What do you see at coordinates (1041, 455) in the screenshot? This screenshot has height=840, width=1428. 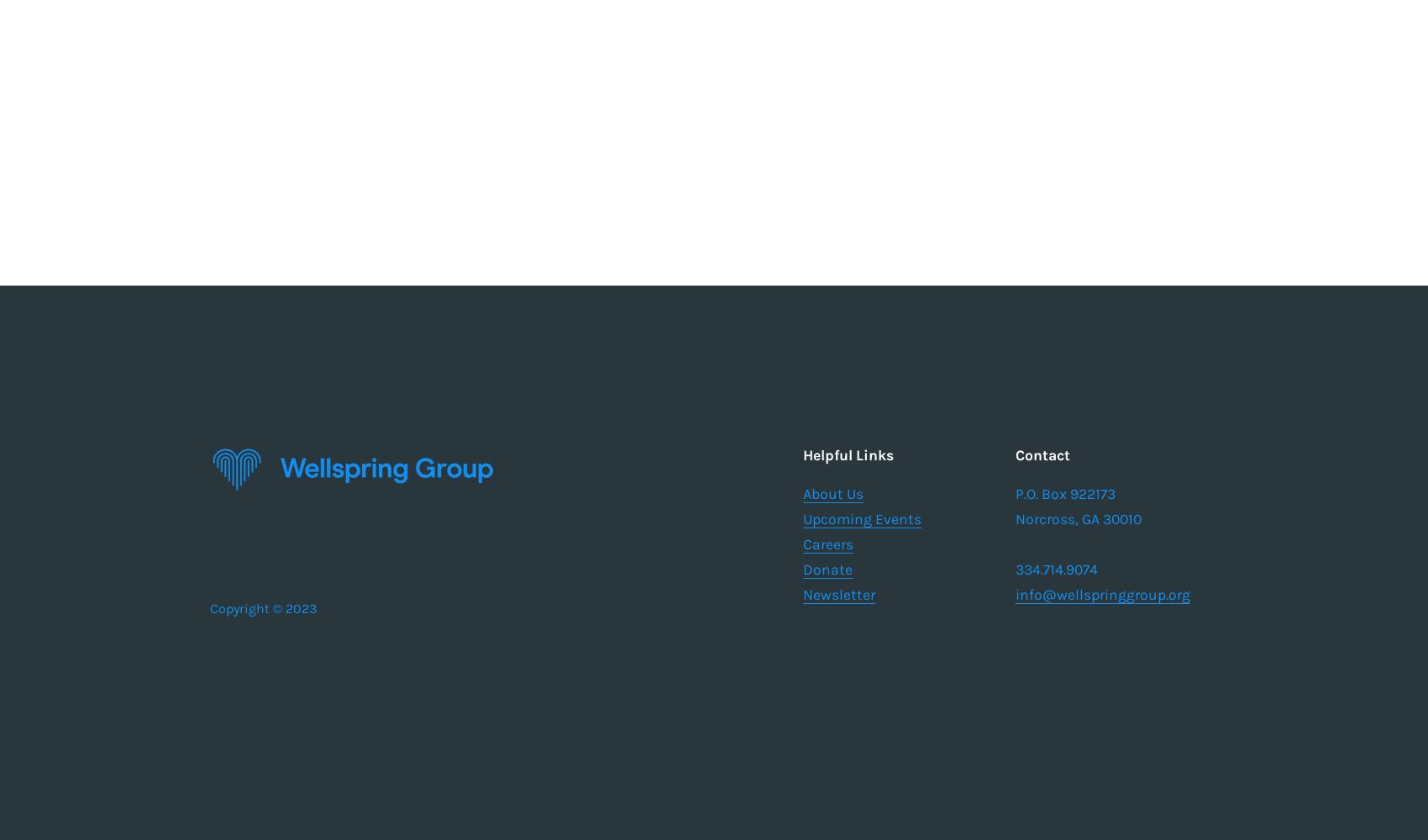 I see `'Contact'` at bounding box center [1041, 455].